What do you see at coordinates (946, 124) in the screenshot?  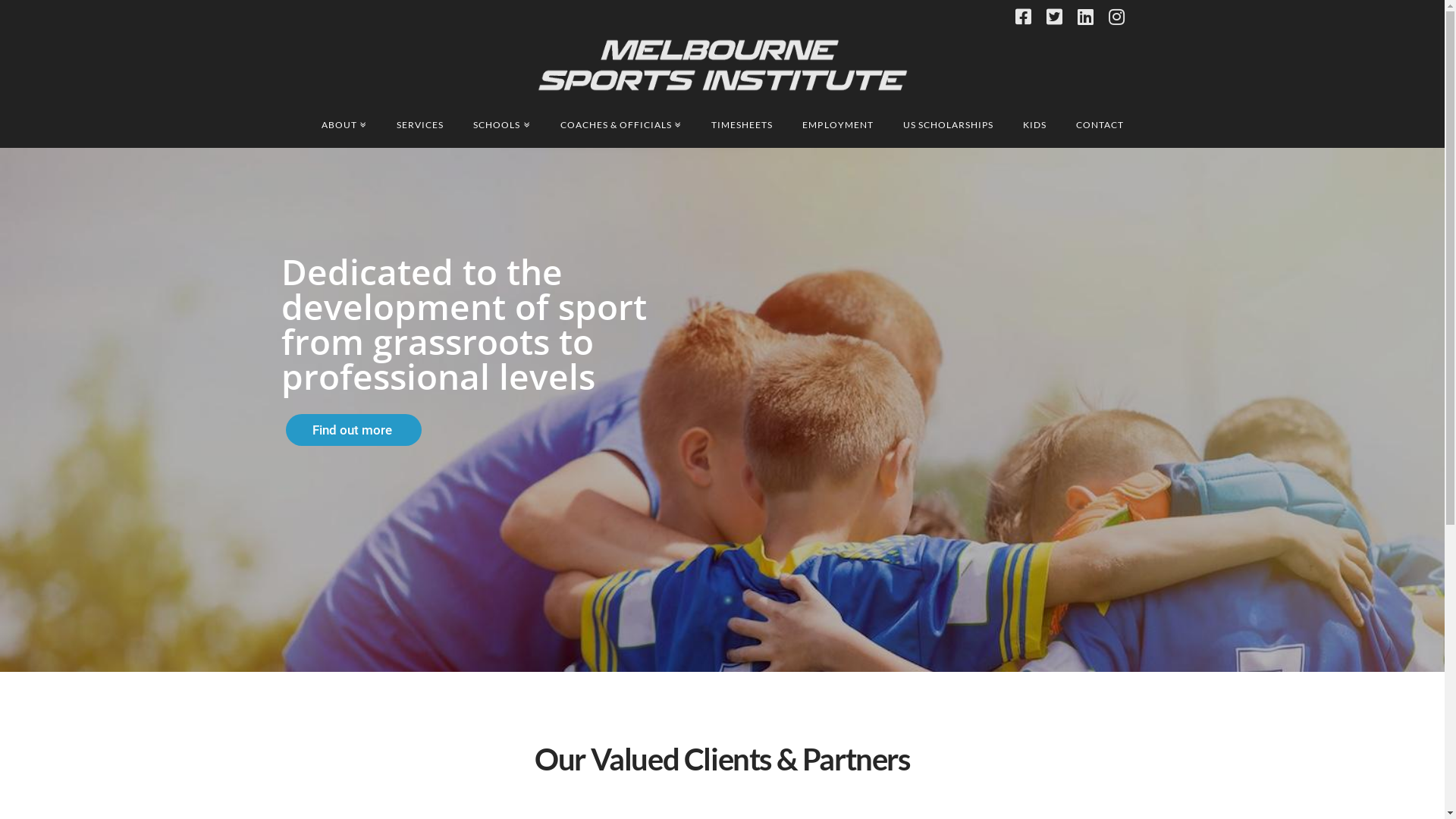 I see `'US SCHOLARSHIPS'` at bounding box center [946, 124].